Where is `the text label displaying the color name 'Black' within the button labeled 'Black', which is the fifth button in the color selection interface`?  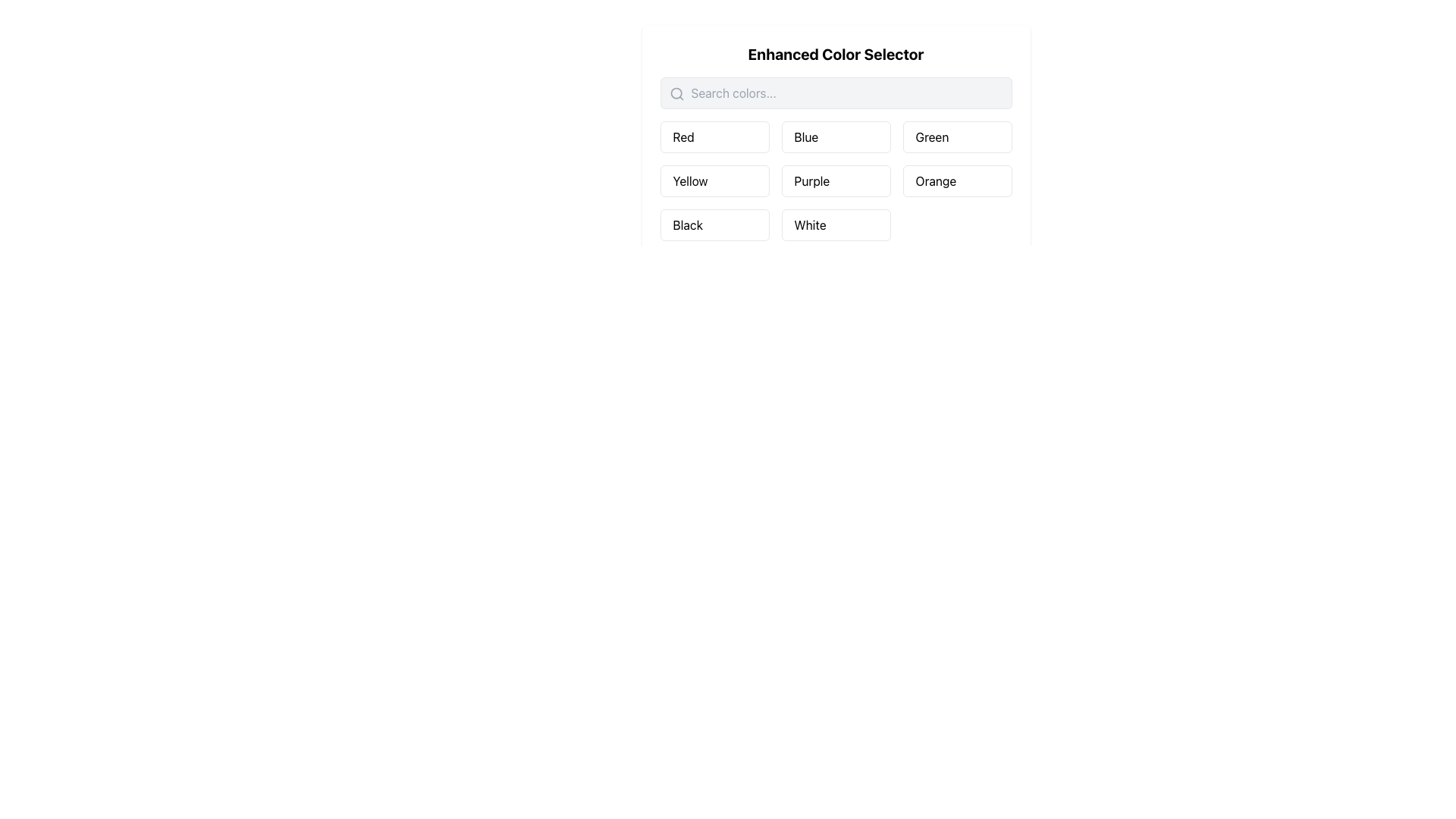 the text label displaying the color name 'Black' within the button labeled 'Black', which is the fifth button in the color selection interface is located at coordinates (687, 225).